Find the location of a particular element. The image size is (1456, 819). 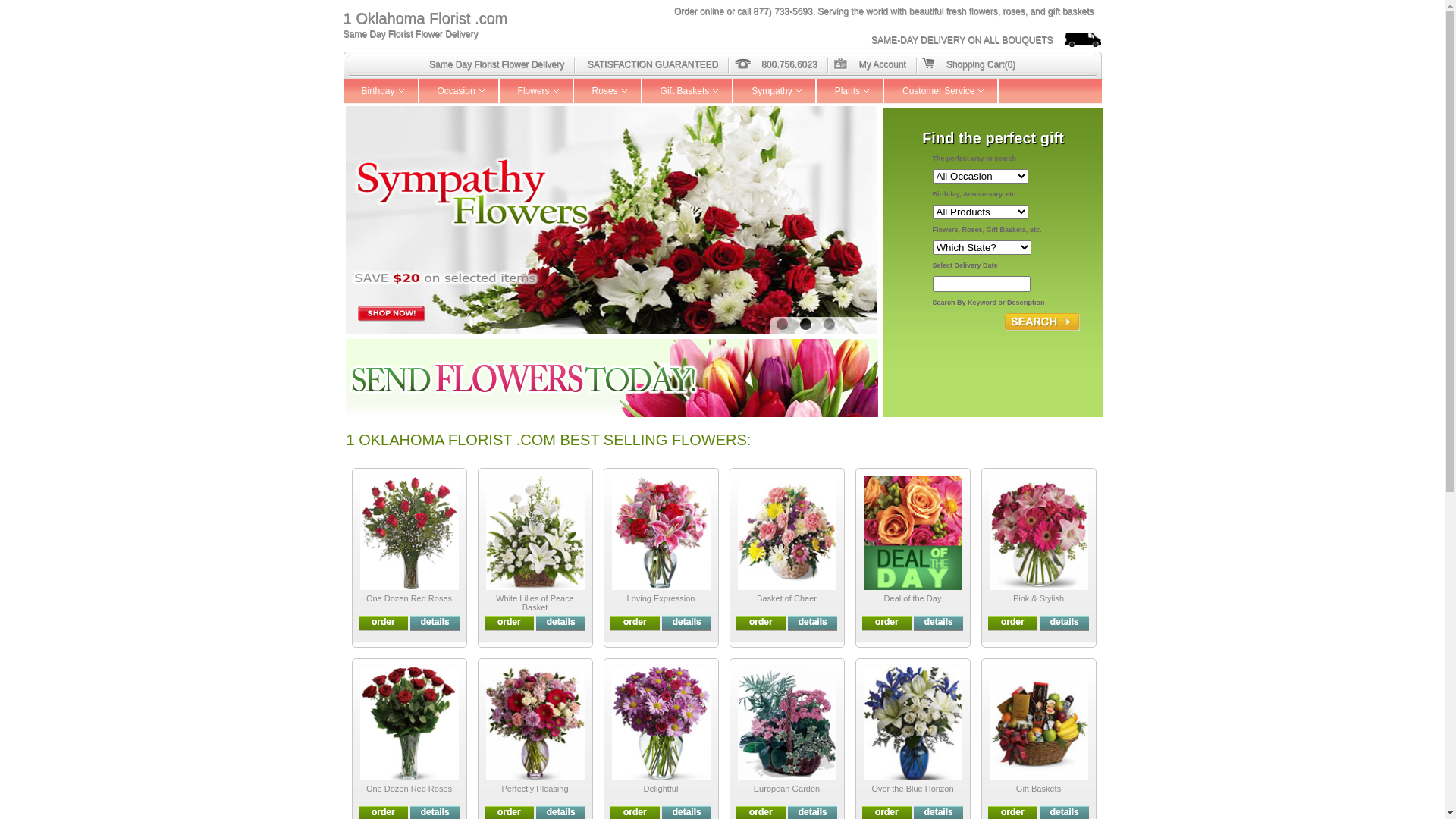

'Perfectly Pleasing' is located at coordinates (535, 788).